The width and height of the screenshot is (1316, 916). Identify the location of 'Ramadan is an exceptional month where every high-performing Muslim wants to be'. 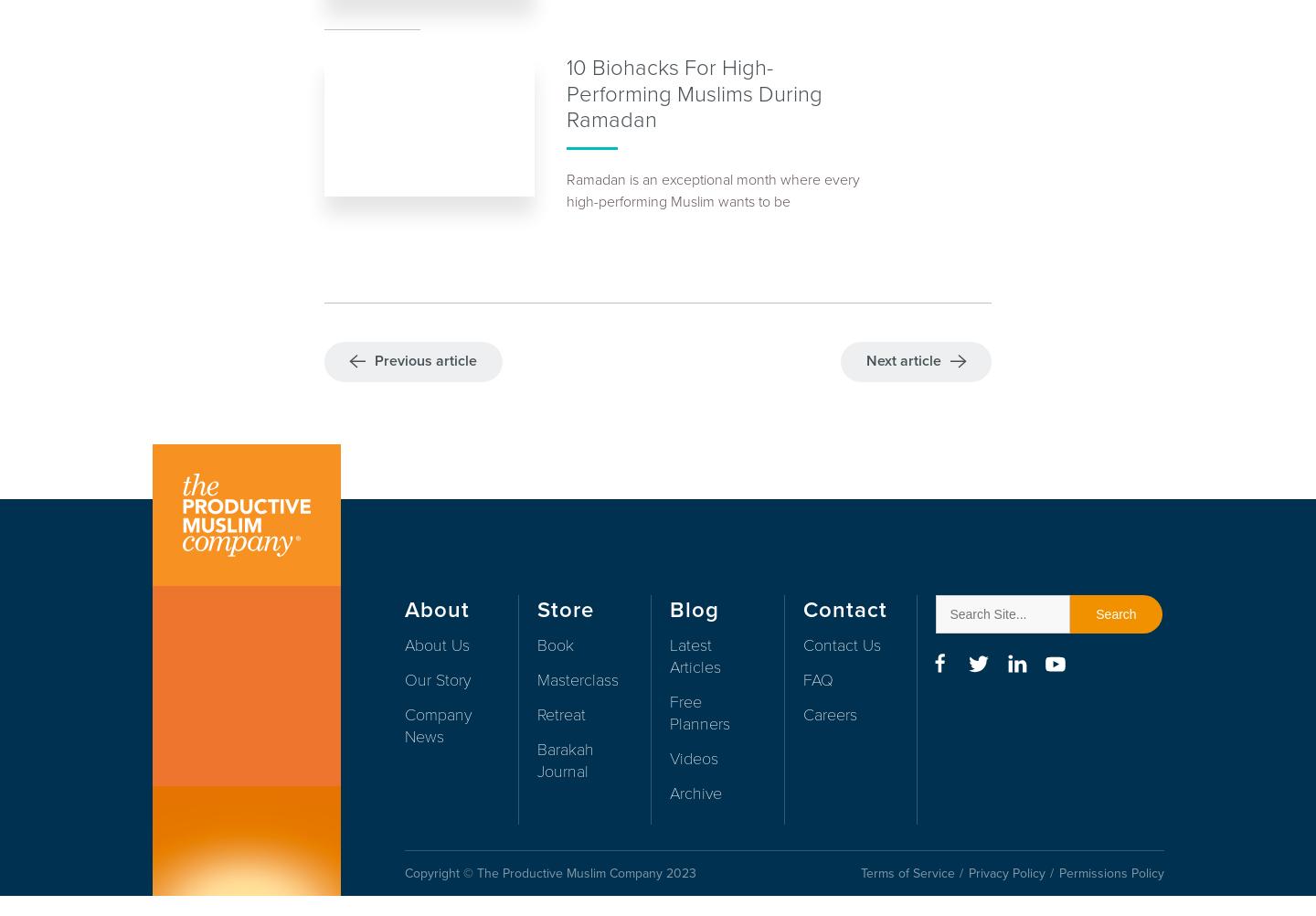
(712, 191).